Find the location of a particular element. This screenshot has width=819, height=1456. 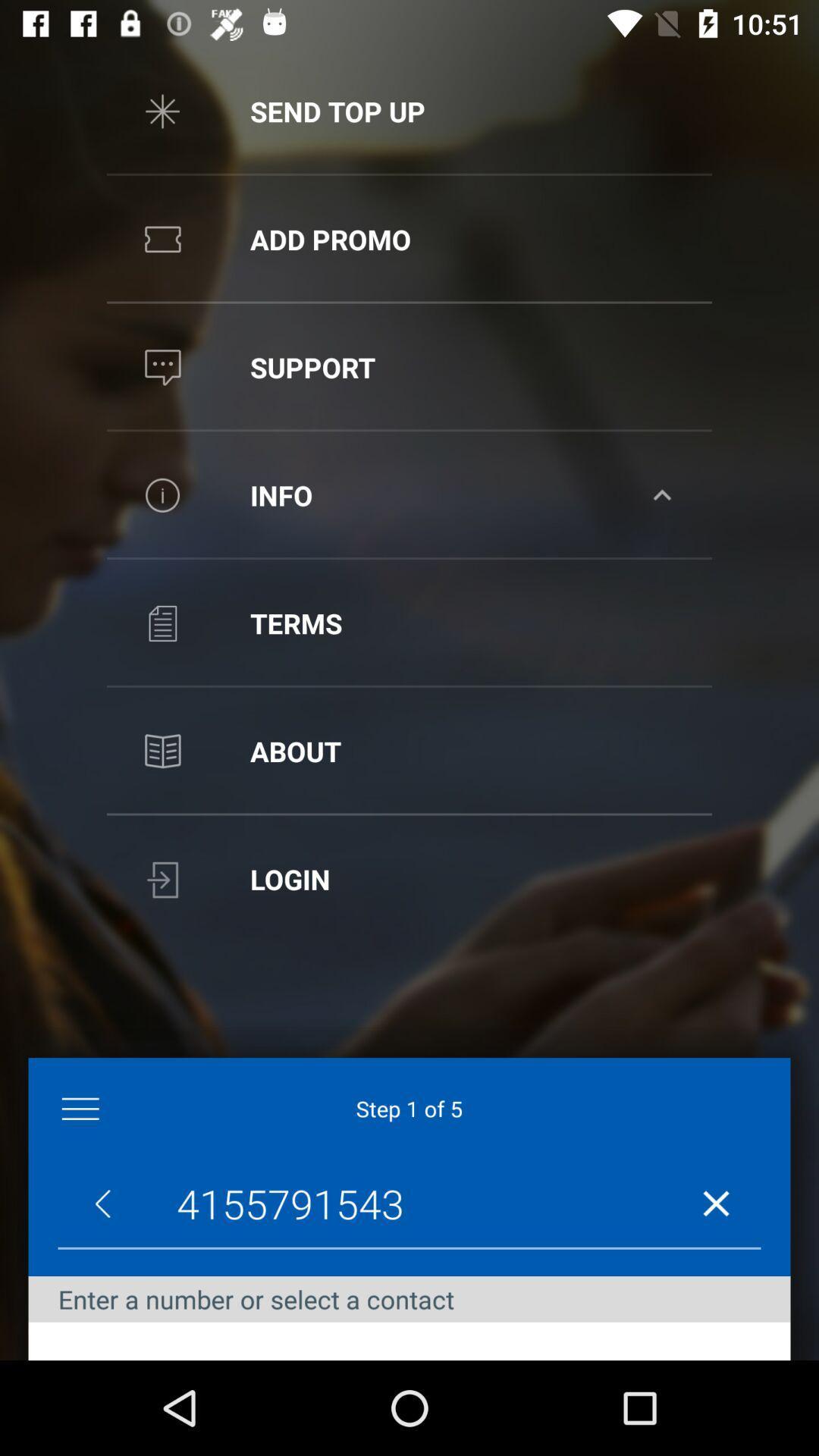

the arrow_backward icon is located at coordinates (102, 1203).